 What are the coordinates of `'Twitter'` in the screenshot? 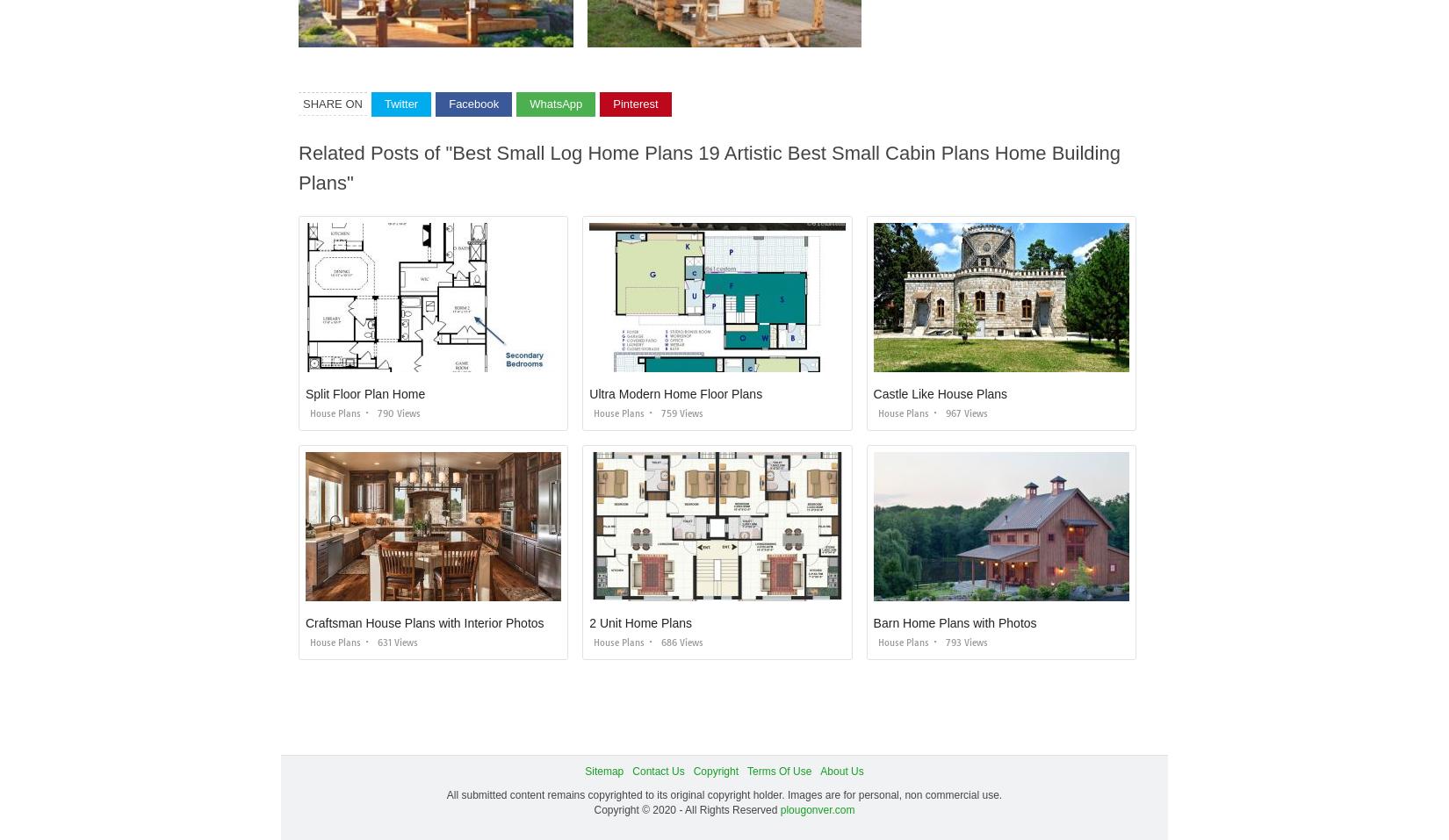 It's located at (382, 103).